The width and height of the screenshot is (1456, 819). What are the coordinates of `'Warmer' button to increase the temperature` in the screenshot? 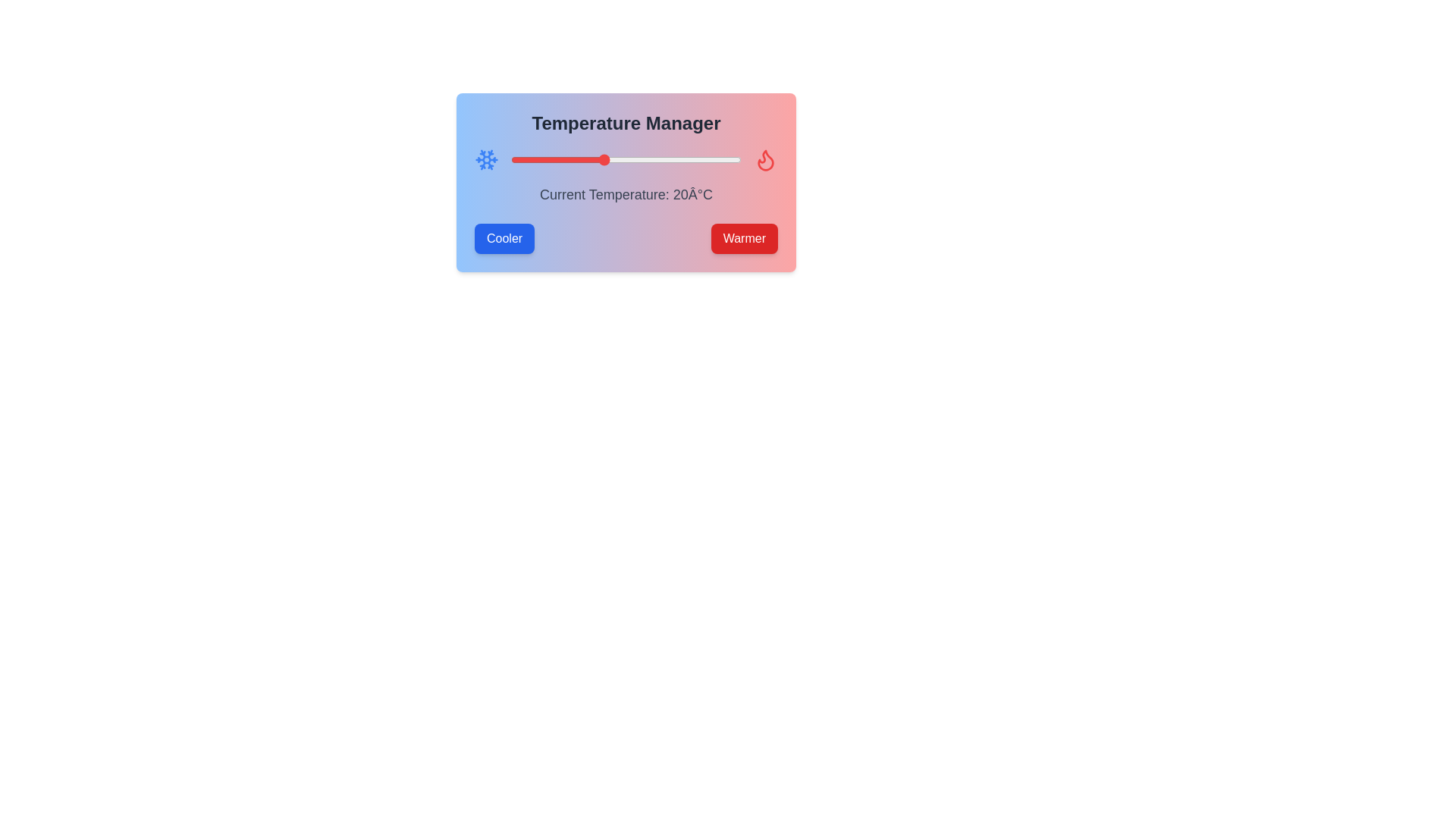 It's located at (744, 239).